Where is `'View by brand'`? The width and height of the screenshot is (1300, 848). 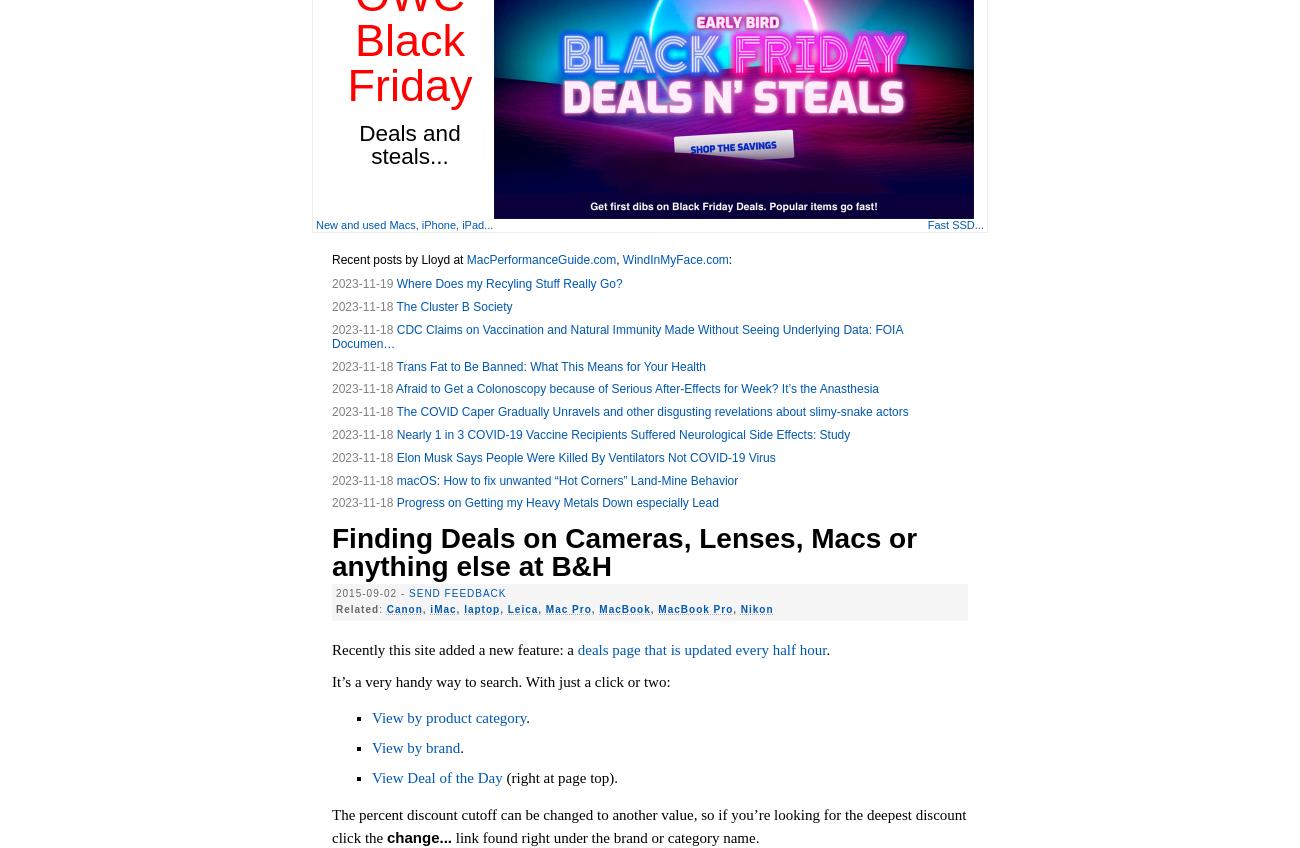 'View by brand' is located at coordinates (416, 747).